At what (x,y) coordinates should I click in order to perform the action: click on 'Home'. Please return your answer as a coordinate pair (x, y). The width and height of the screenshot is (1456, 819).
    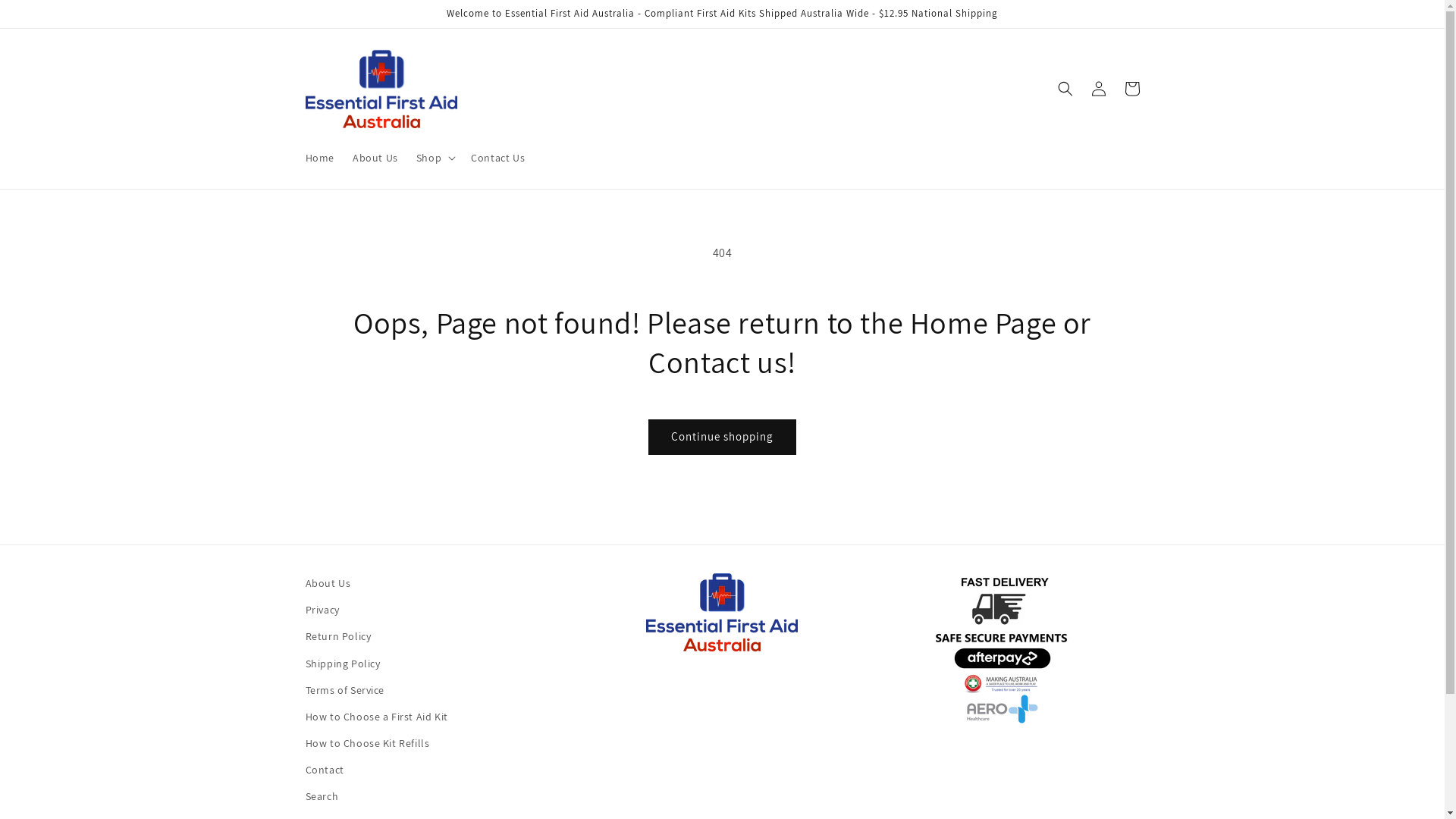
    Looking at the image, I should click on (295, 158).